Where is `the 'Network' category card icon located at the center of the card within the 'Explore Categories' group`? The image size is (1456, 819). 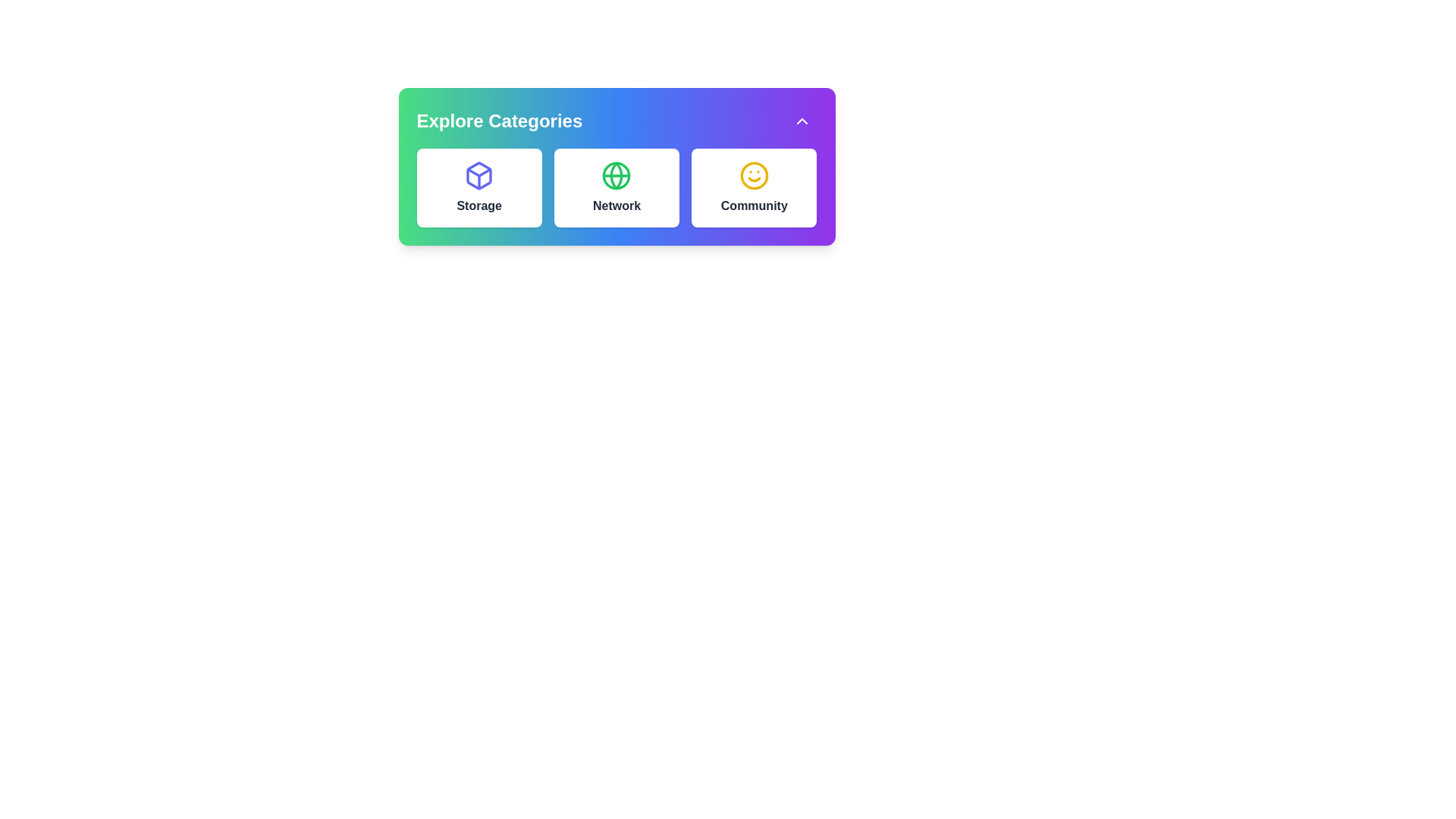 the 'Network' category card icon located at the center of the card within the 'Explore Categories' group is located at coordinates (617, 174).